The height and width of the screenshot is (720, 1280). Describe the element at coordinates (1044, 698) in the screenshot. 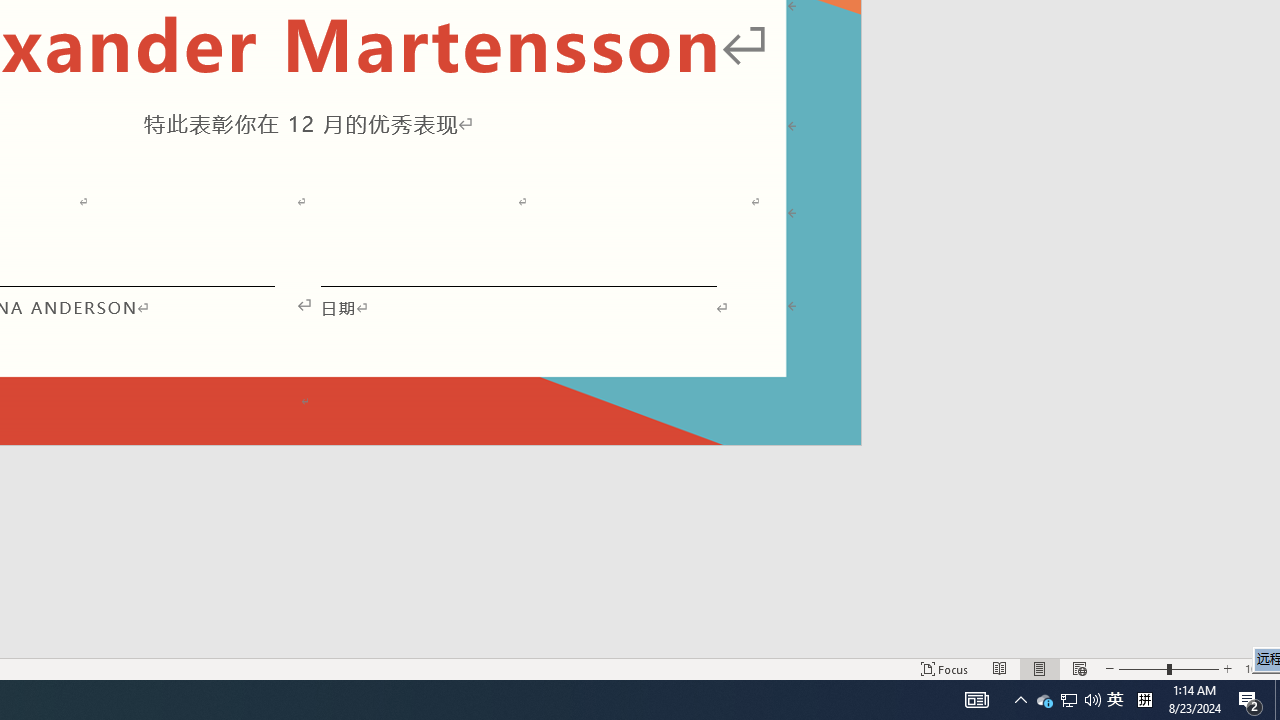

I see `'User Promoted Notification Area'` at that location.